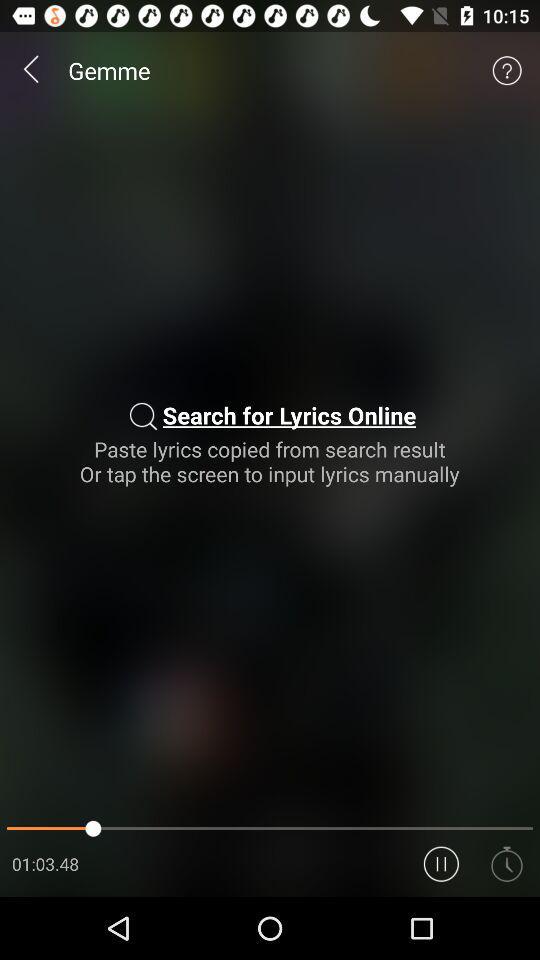  I want to click on the pause icon, so click(441, 924).